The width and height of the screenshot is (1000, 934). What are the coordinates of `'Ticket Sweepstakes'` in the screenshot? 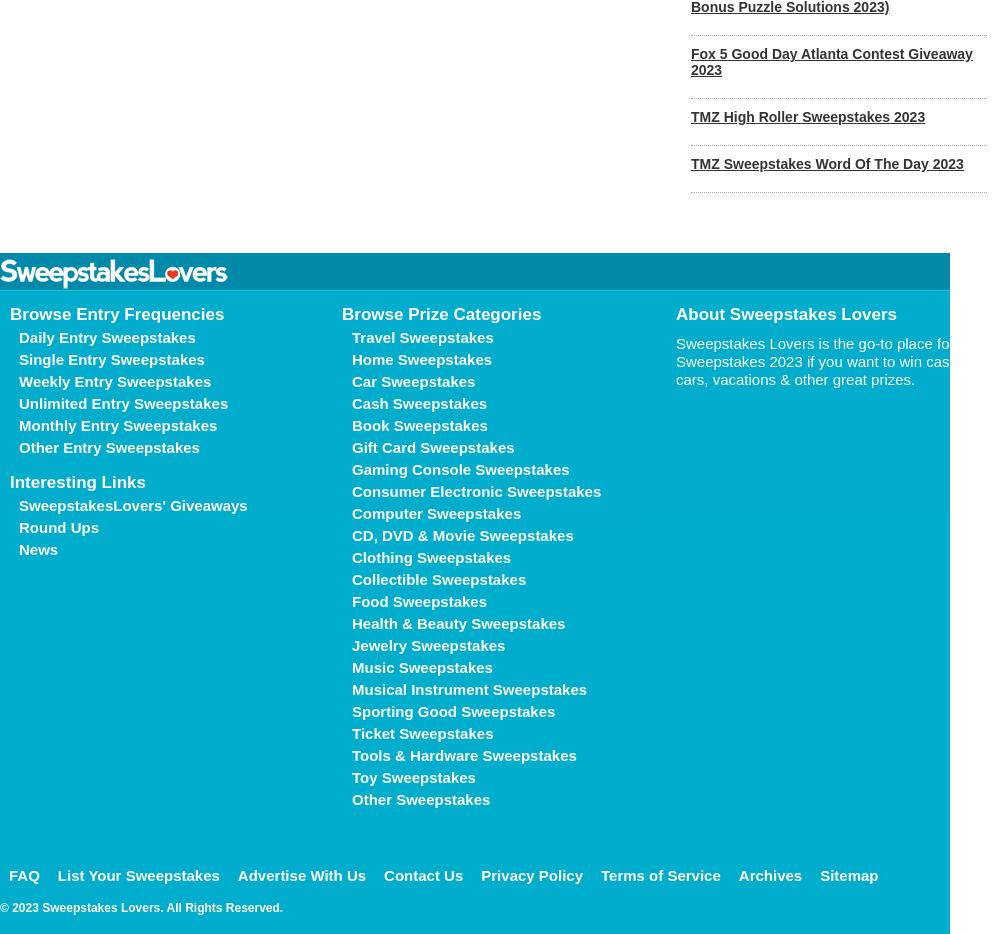 It's located at (422, 733).